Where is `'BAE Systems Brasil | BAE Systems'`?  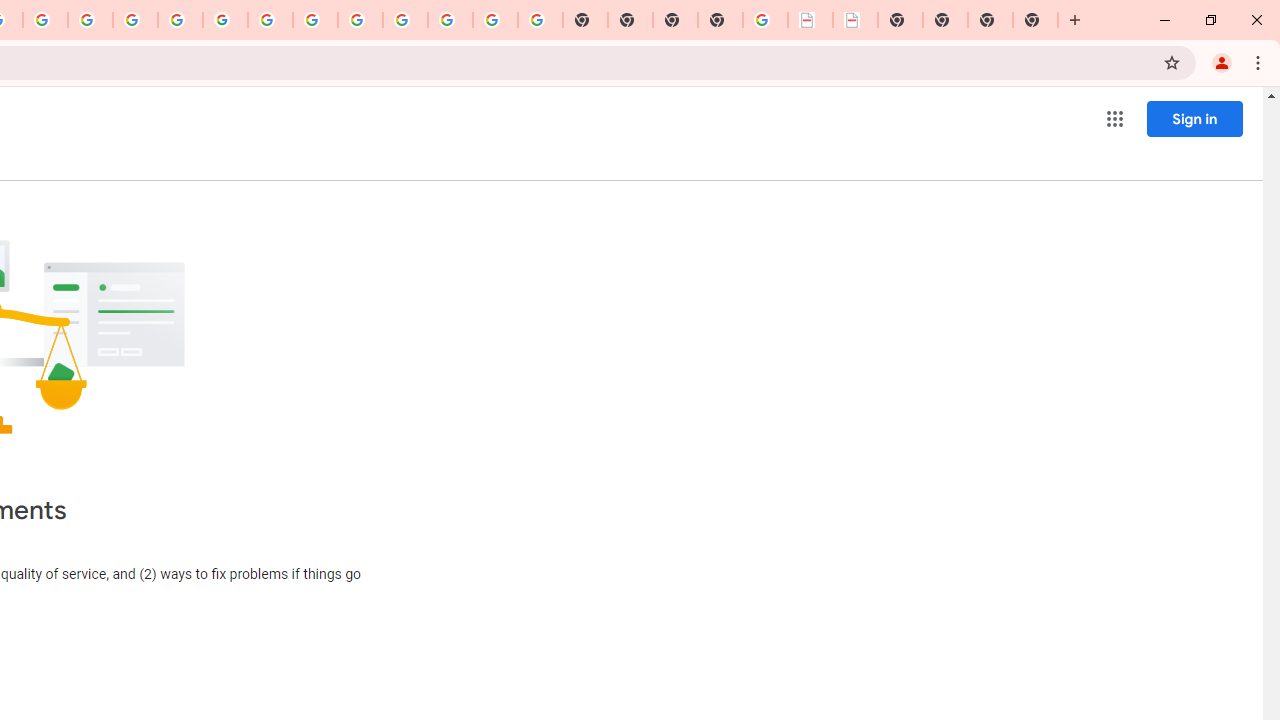 'BAE Systems Brasil | BAE Systems' is located at coordinates (855, 20).